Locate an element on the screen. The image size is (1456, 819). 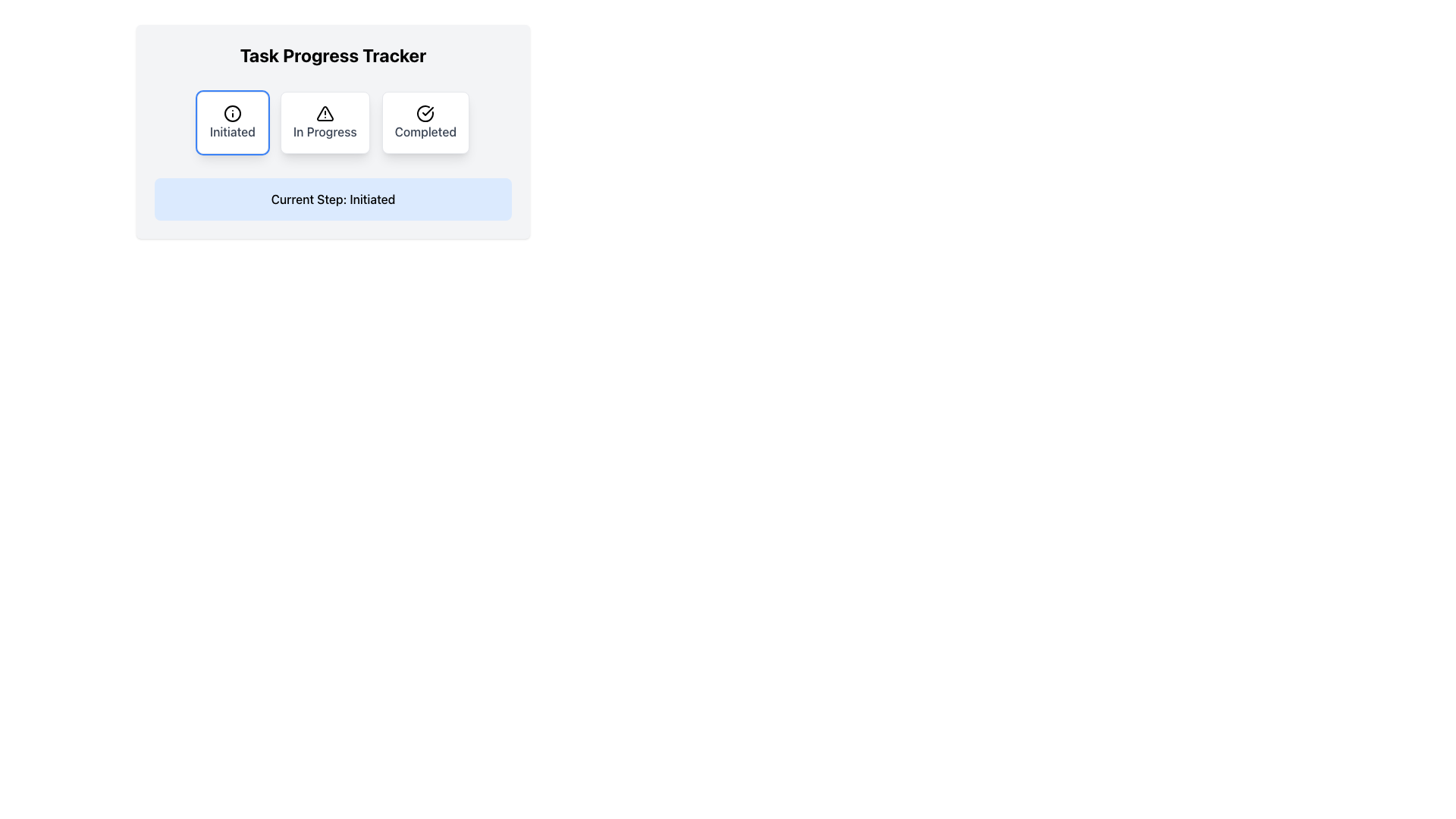
the 'Initiated' step indicator in the task progress tracker, which visually represents the current state of this step is located at coordinates (232, 122).